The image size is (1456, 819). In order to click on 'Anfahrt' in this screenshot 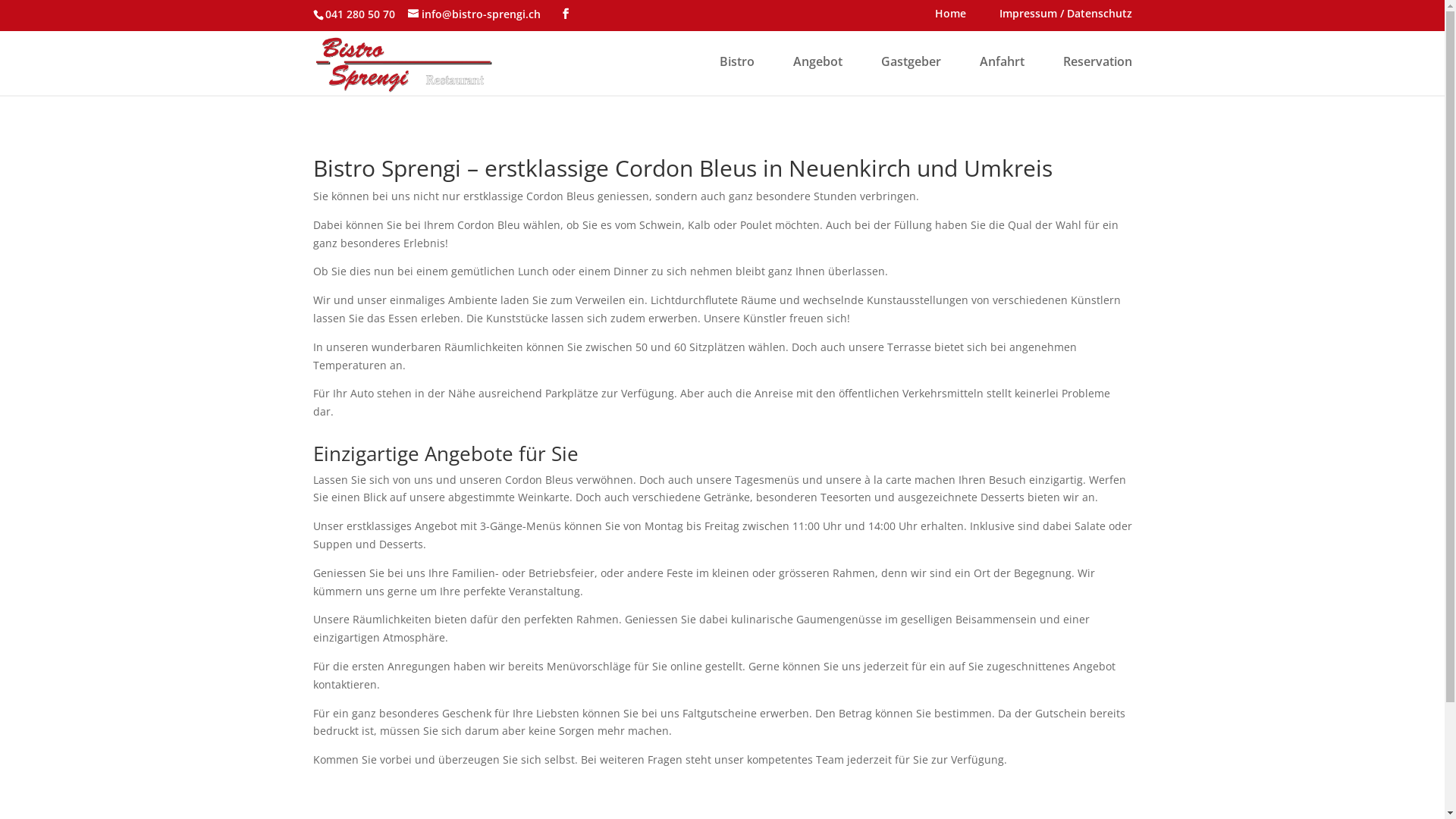, I will do `click(979, 74)`.